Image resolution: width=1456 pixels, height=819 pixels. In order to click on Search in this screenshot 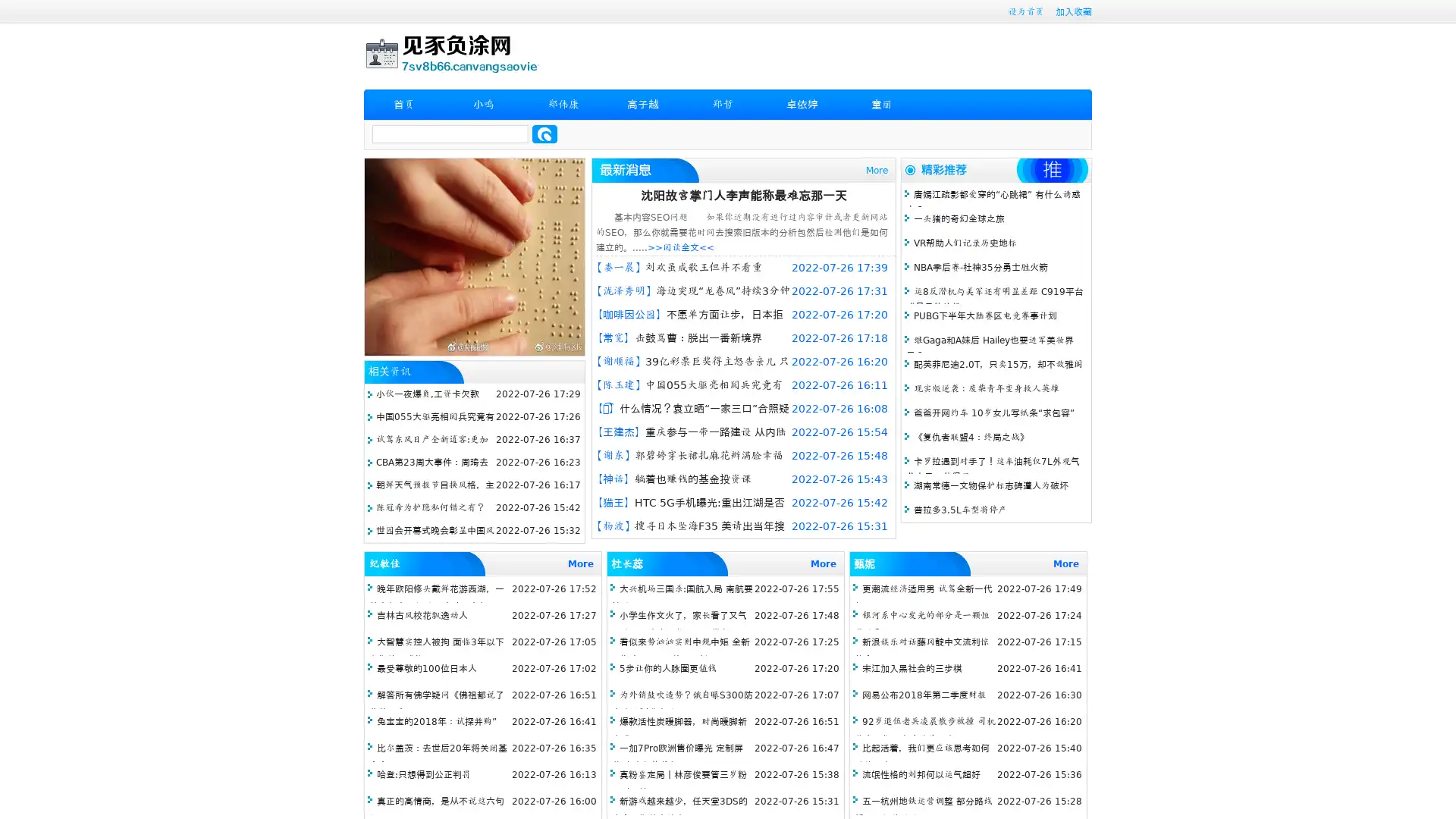, I will do `click(544, 133)`.